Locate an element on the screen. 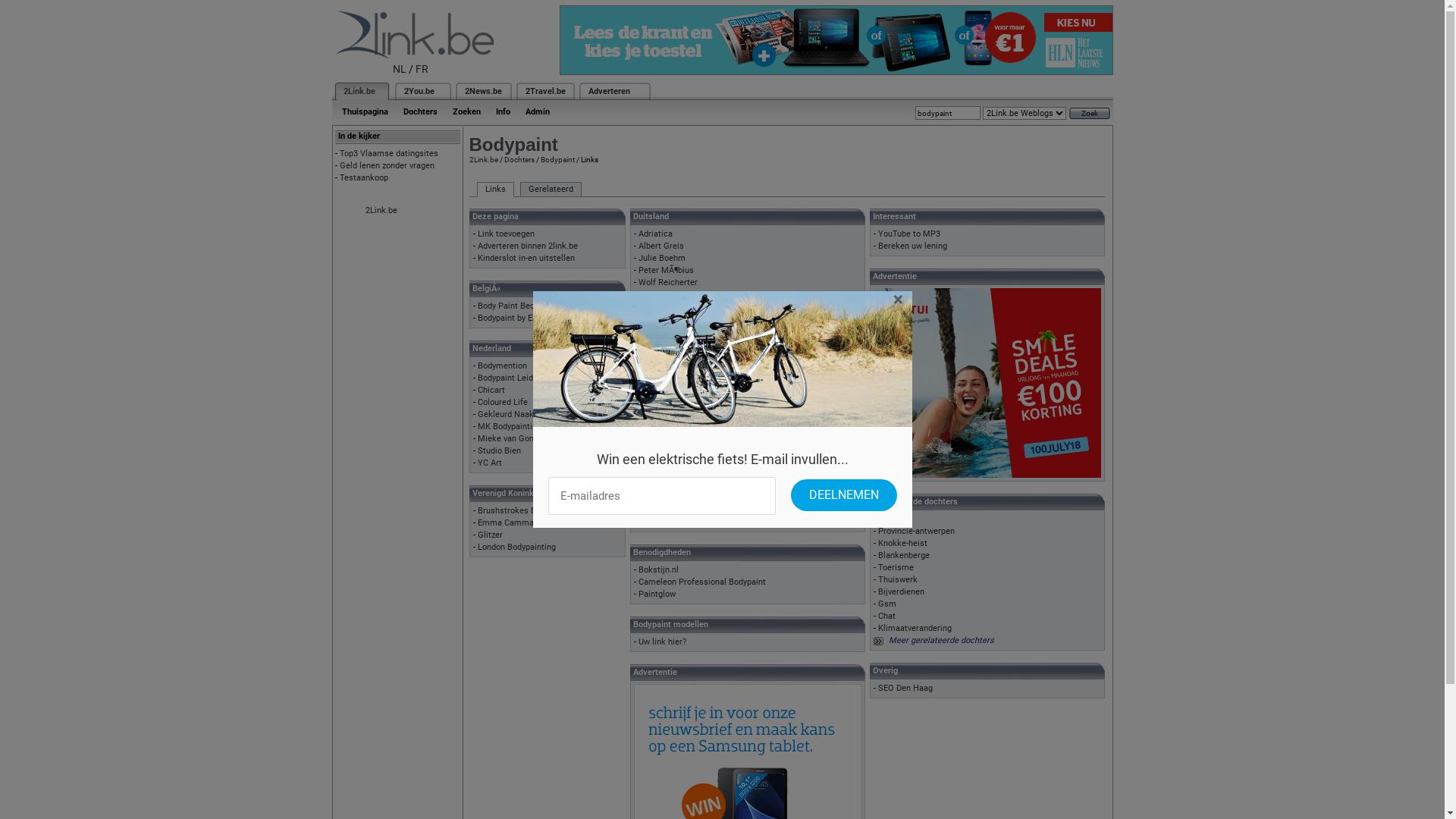 The height and width of the screenshot is (819, 1456). 'Gekleurd Naakt' is located at coordinates (507, 414).